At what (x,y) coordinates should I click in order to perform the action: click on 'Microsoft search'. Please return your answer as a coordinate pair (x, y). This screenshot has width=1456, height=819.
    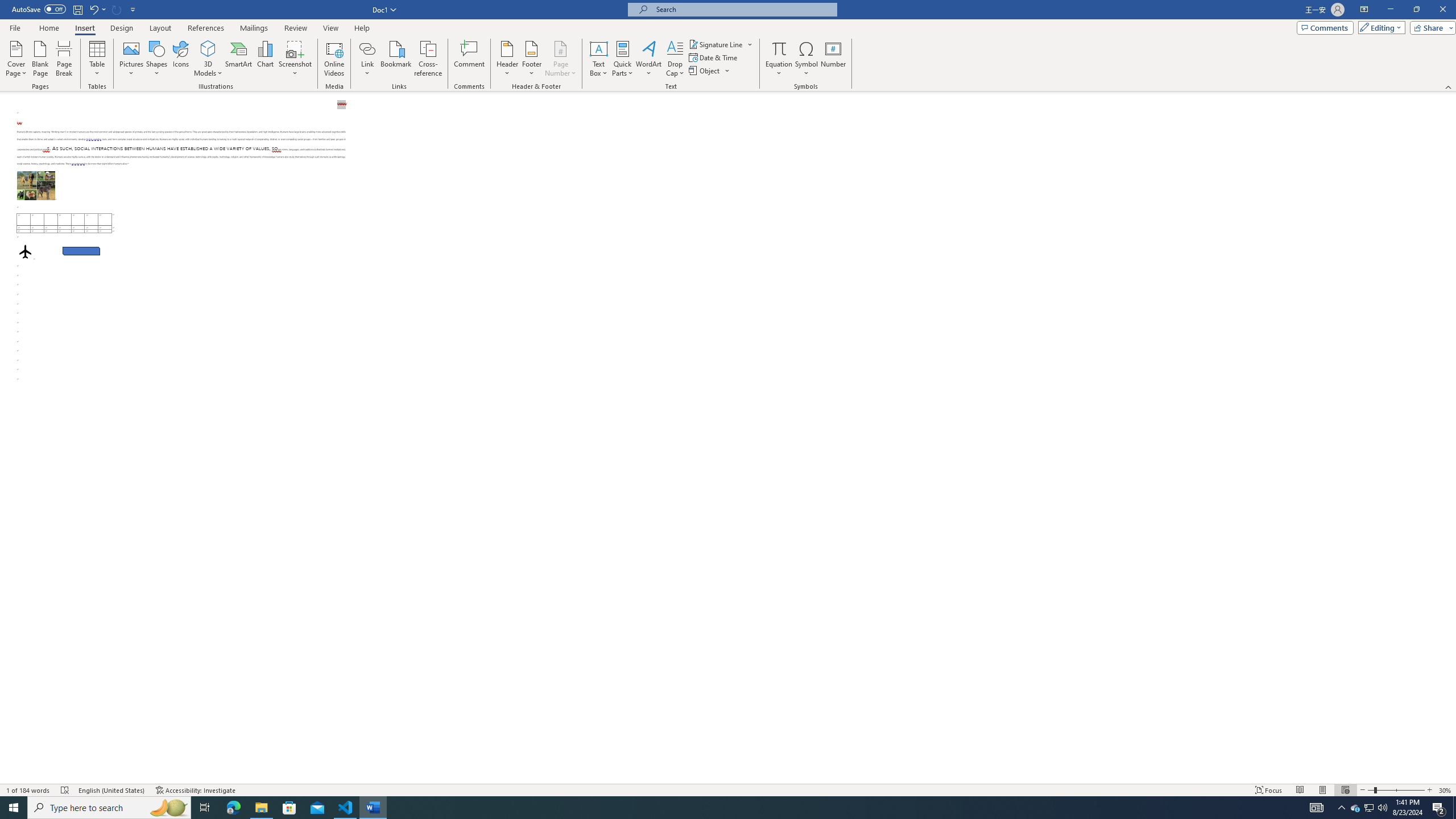
    Looking at the image, I should click on (742, 9).